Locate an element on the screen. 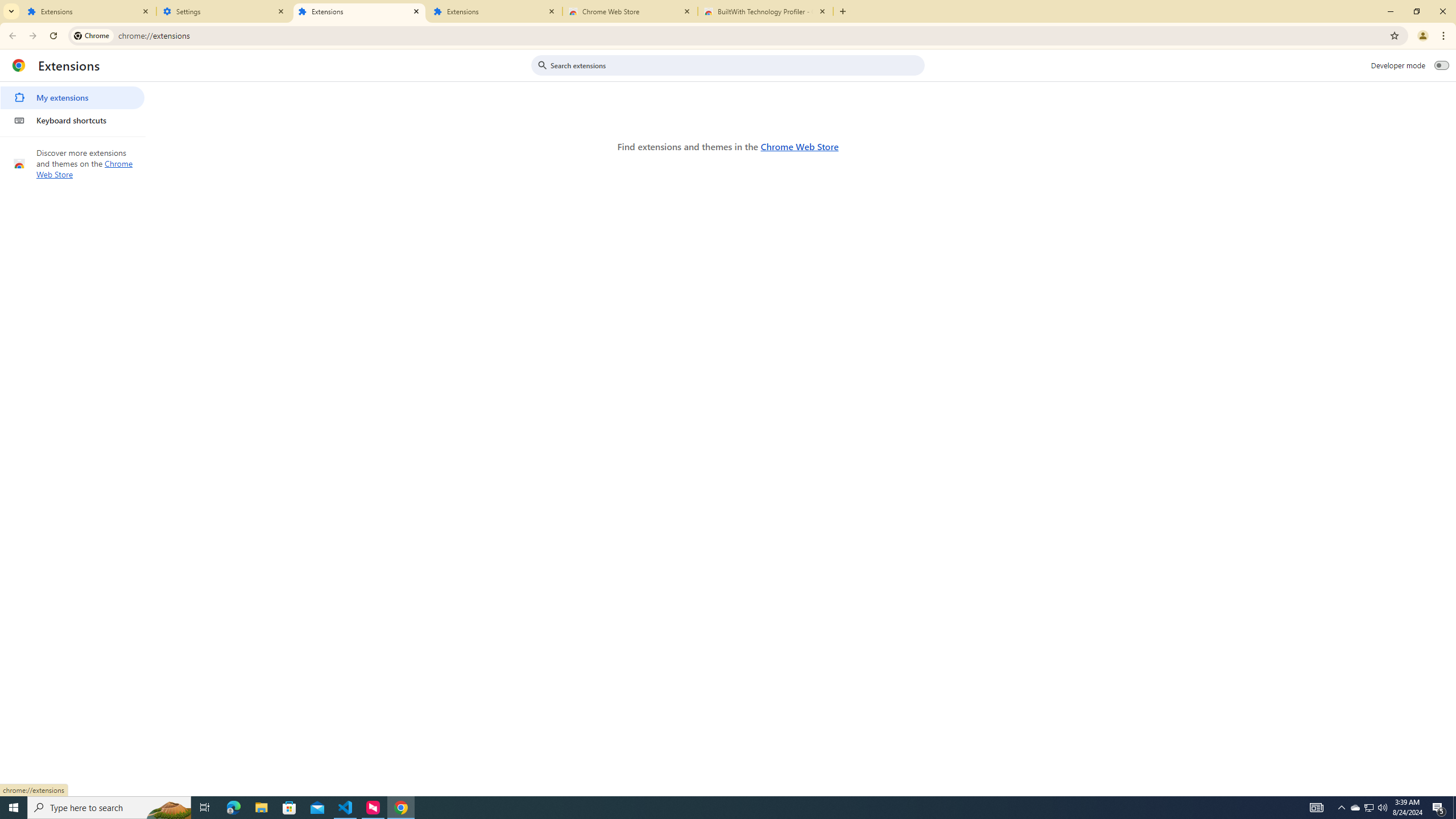  'Chrome Web Store' is located at coordinates (799, 146).